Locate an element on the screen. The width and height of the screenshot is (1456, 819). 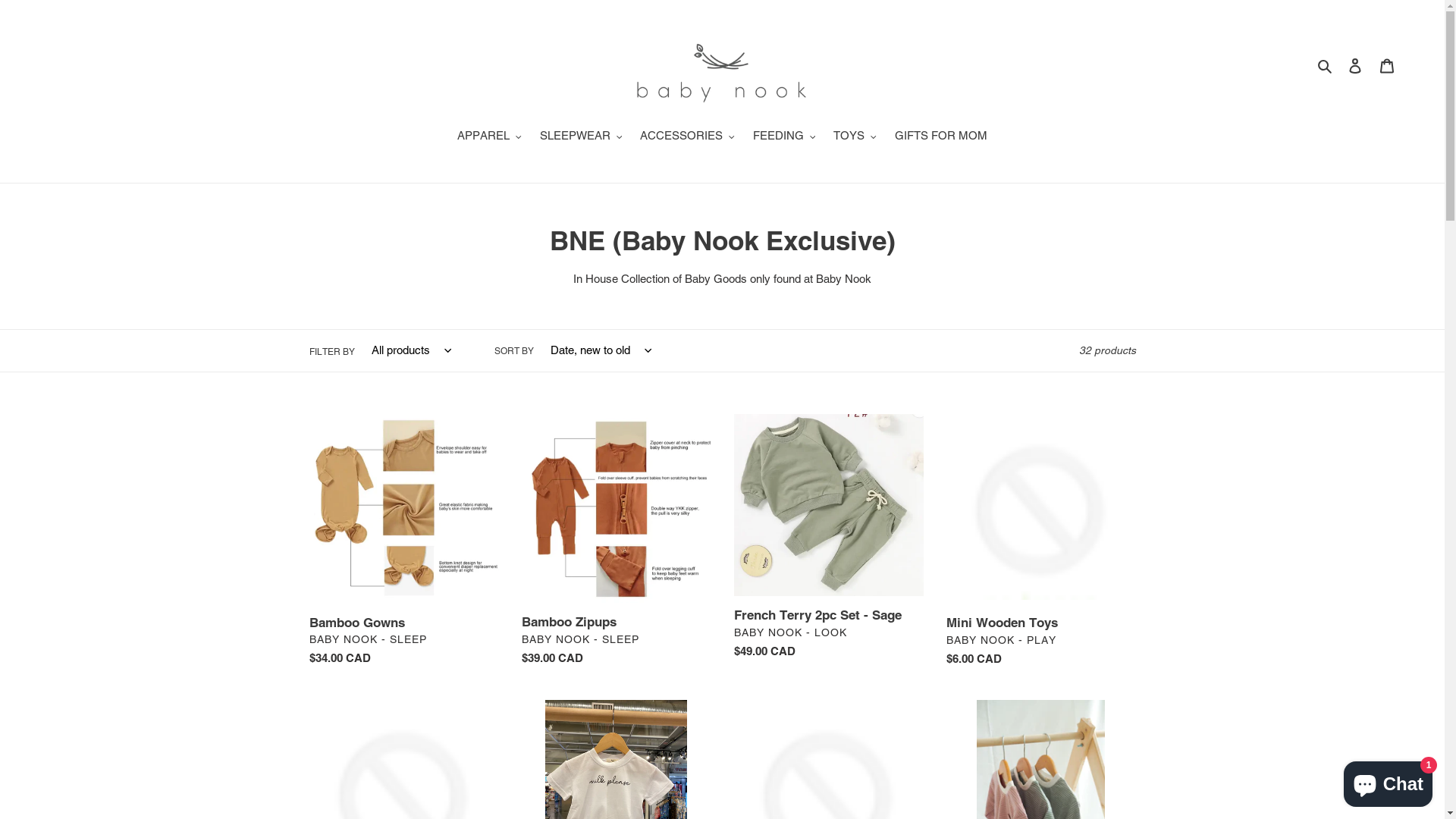
'FEEDING' is located at coordinates (745, 137).